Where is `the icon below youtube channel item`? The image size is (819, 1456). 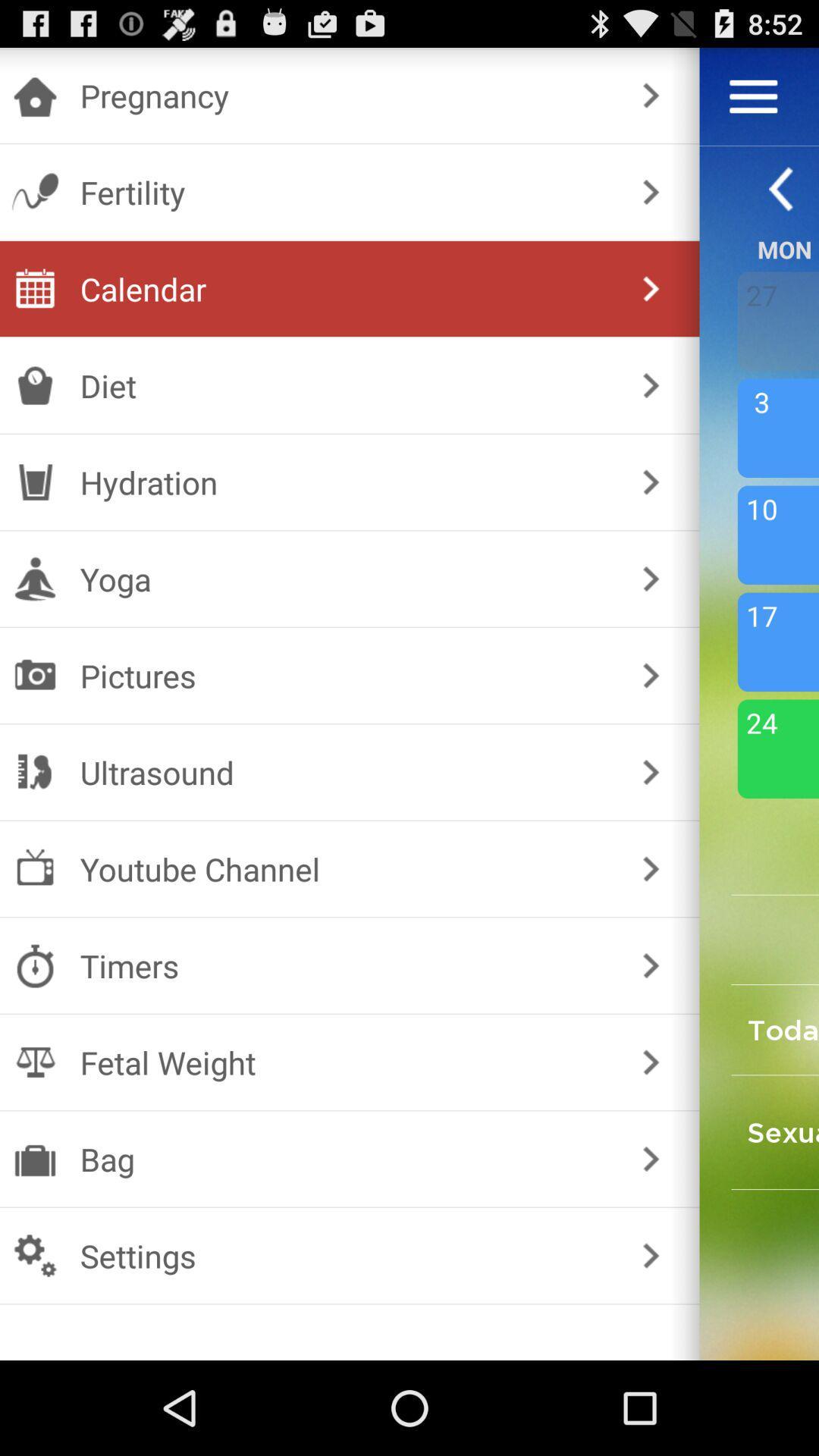 the icon below youtube channel item is located at coordinates (347, 965).